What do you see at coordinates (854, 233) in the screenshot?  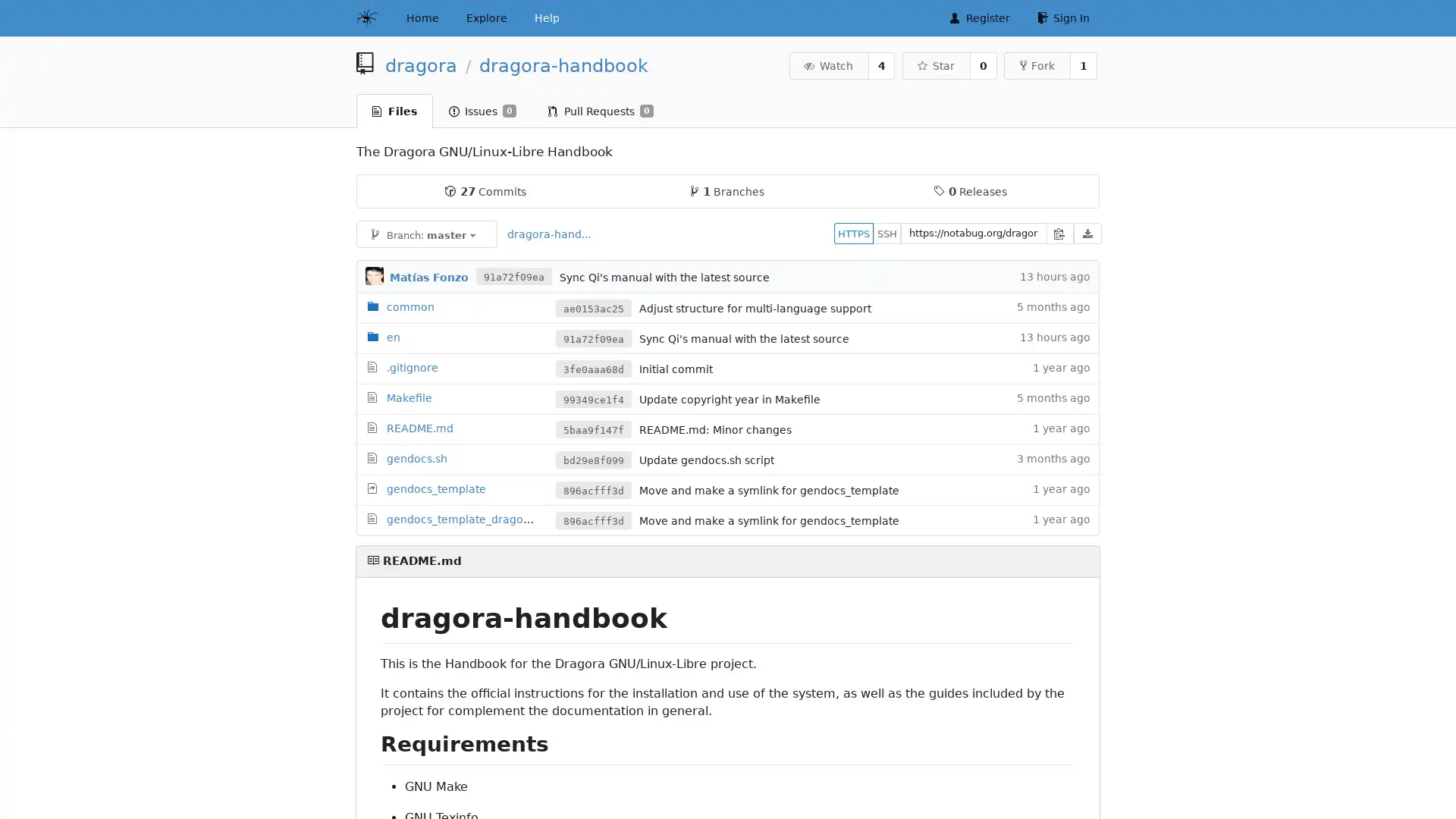 I see `HTTPS` at bounding box center [854, 233].